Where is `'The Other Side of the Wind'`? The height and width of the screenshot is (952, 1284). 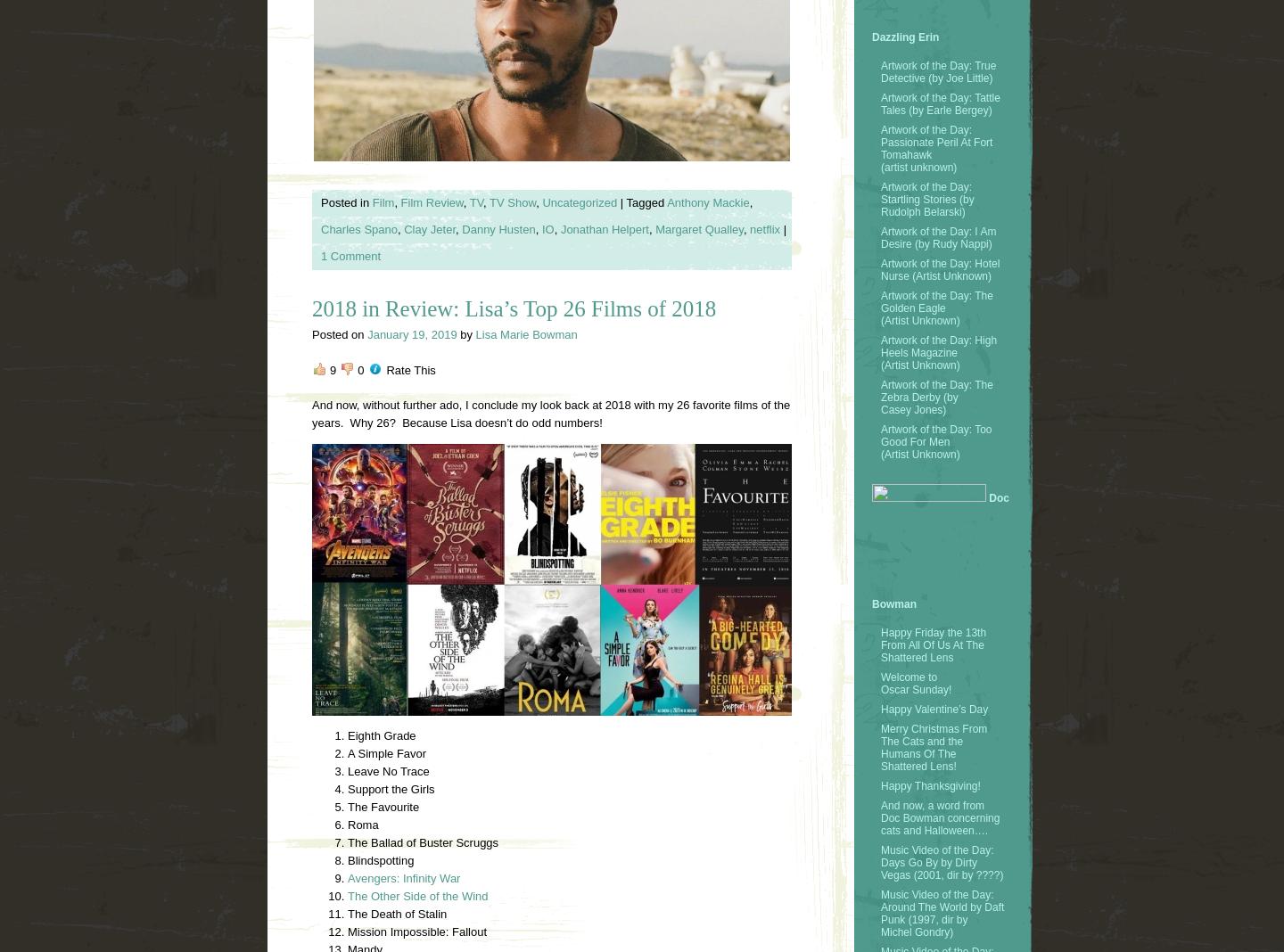
'The Other Side of the Wind' is located at coordinates (417, 896).